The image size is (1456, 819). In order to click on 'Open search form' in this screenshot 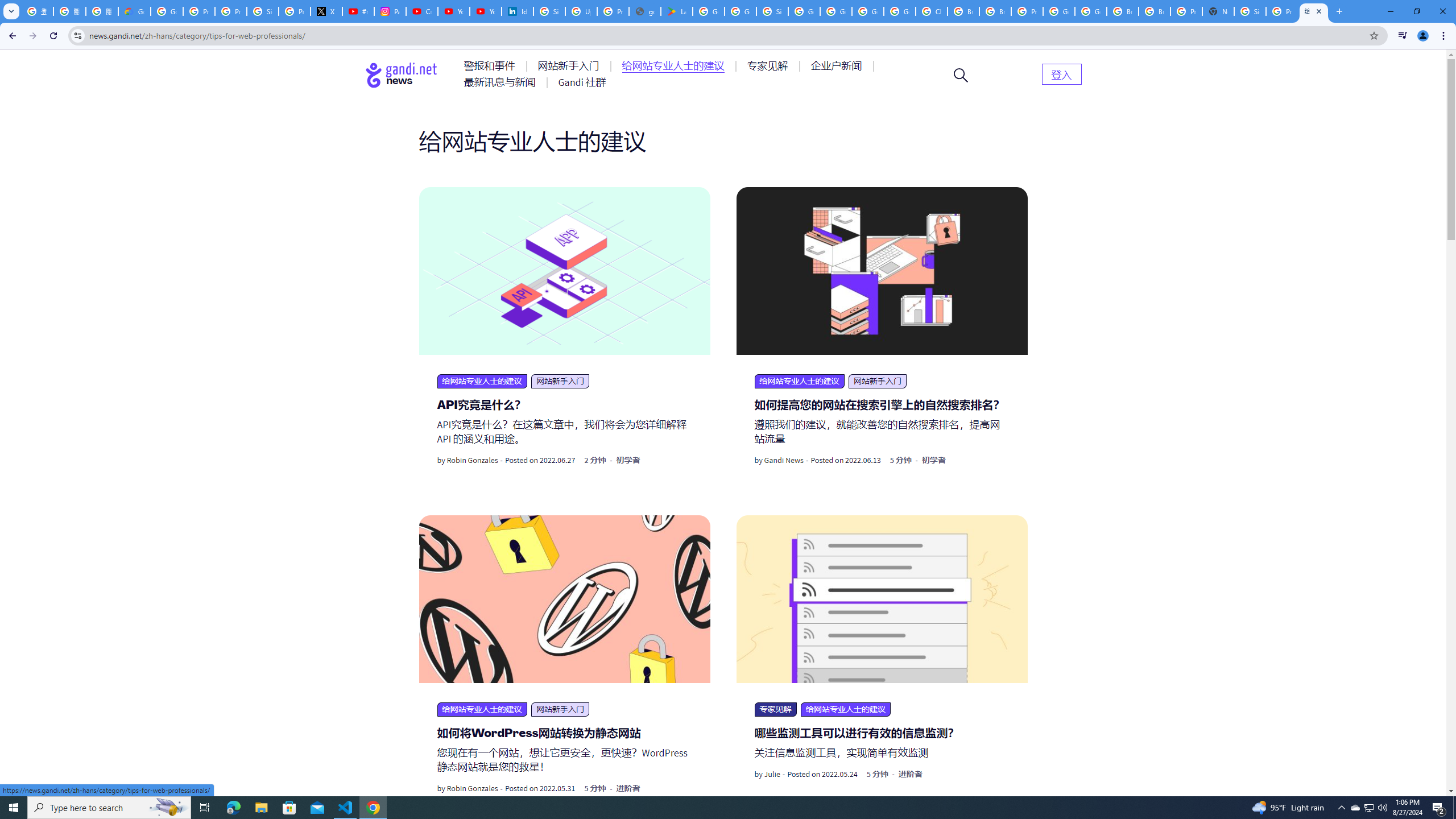, I will do `click(960, 74)`.